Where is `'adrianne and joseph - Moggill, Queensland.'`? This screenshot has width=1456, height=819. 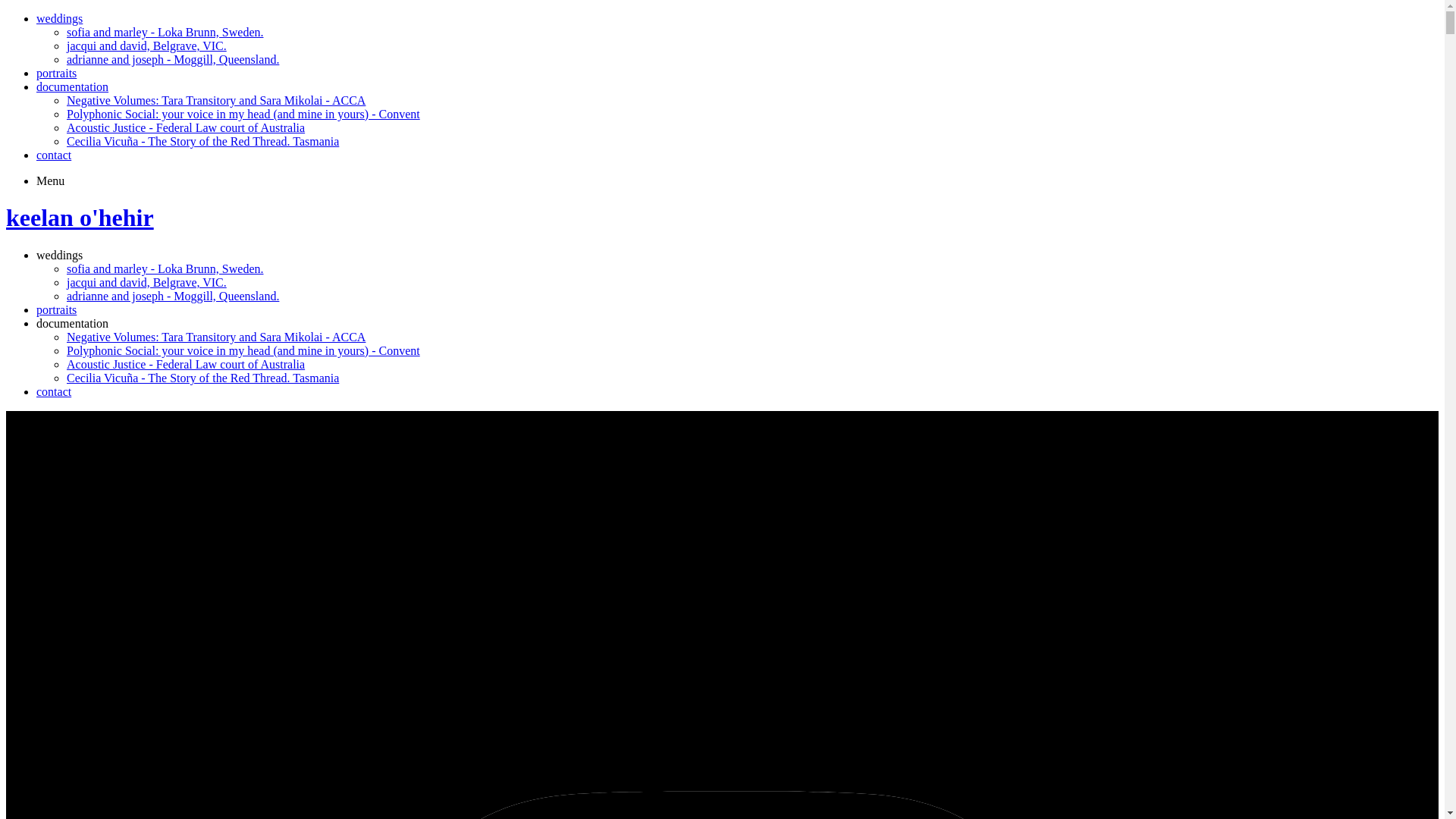
'adrianne and joseph - Moggill, Queensland.' is located at coordinates (173, 58).